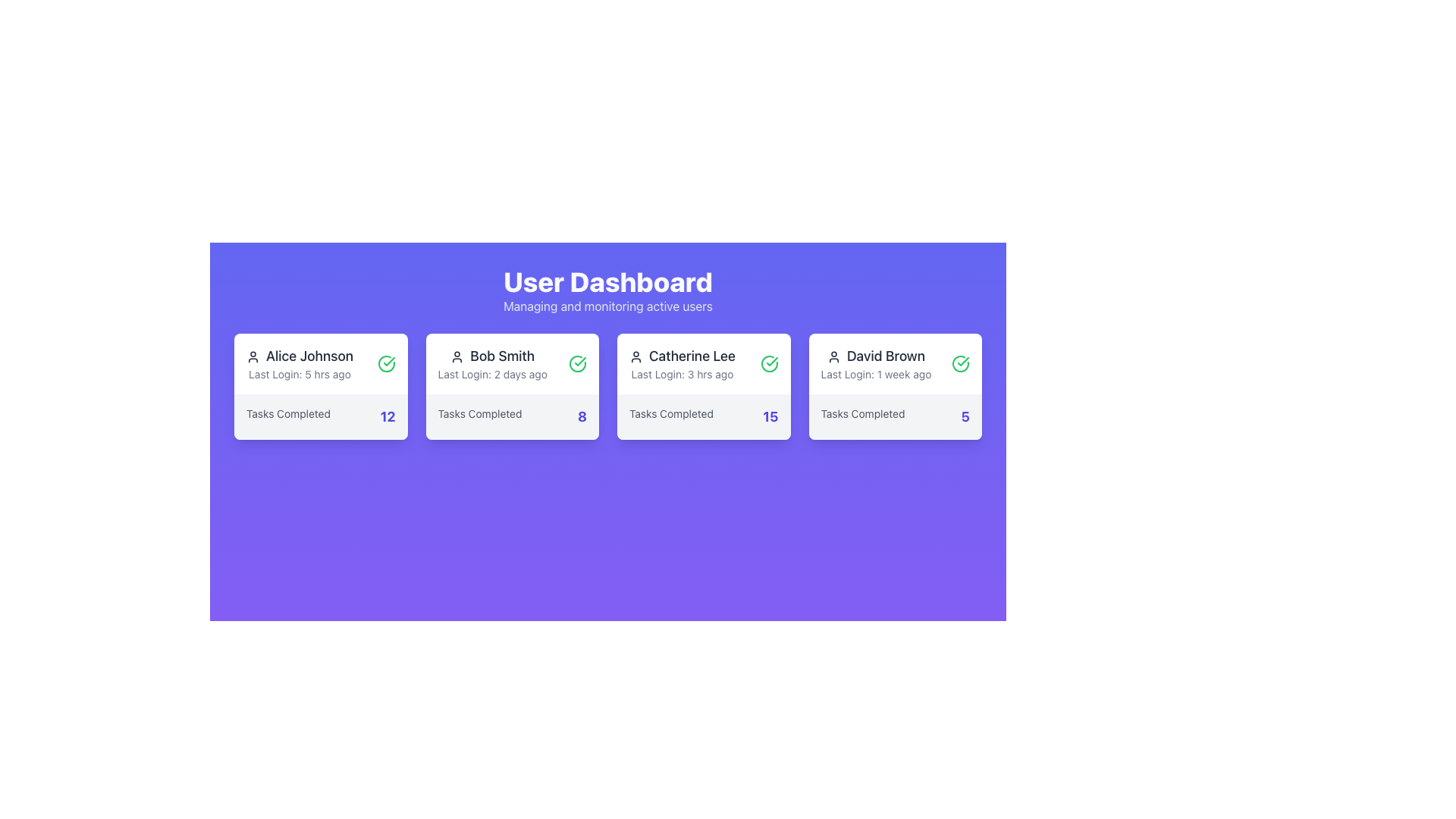 This screenshot has height=819, width=1456. Describe the element at coordinates (769, 363) in the screenshot. I see `the icon of a circle enclosing a checkmark with a green outline, located in the top-right segment of the card labeled 'Catherine Lee', to the right of 'Last Login: 3 hrs ago'` at that location.